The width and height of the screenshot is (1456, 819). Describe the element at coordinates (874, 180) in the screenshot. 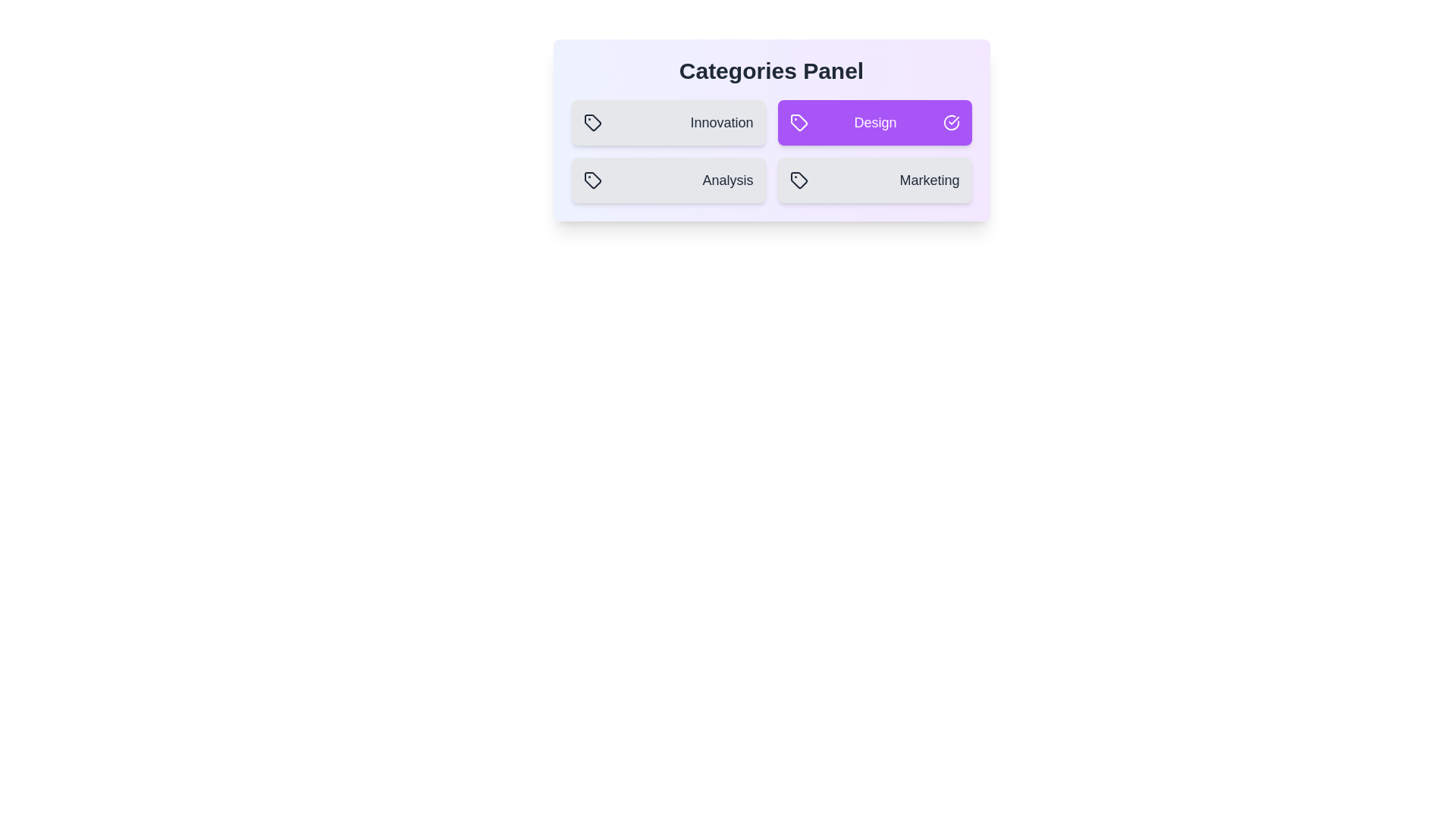

I see `the category Marketing` at that location.